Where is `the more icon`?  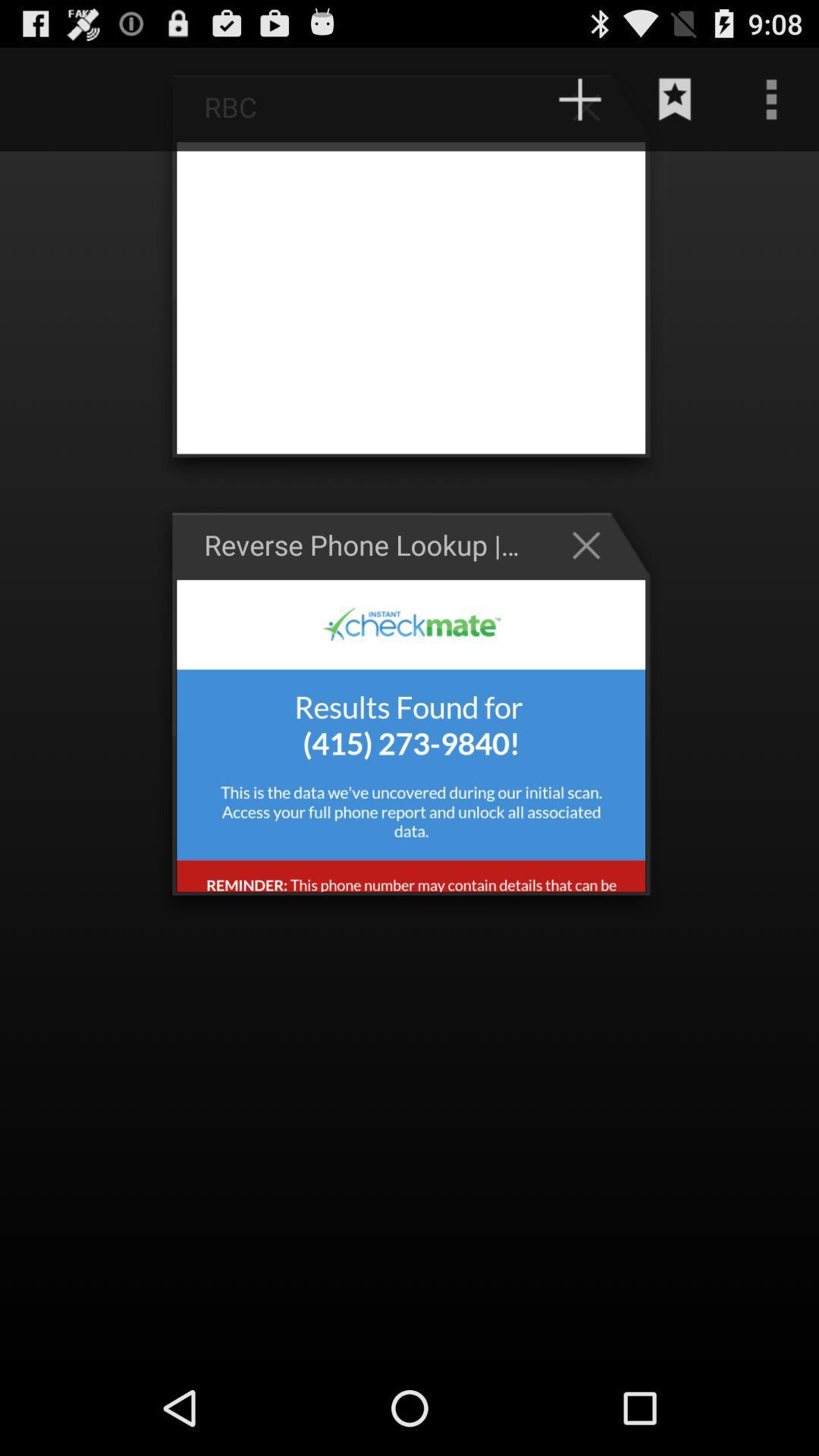 the more icon is located at coordinates (771, 105).